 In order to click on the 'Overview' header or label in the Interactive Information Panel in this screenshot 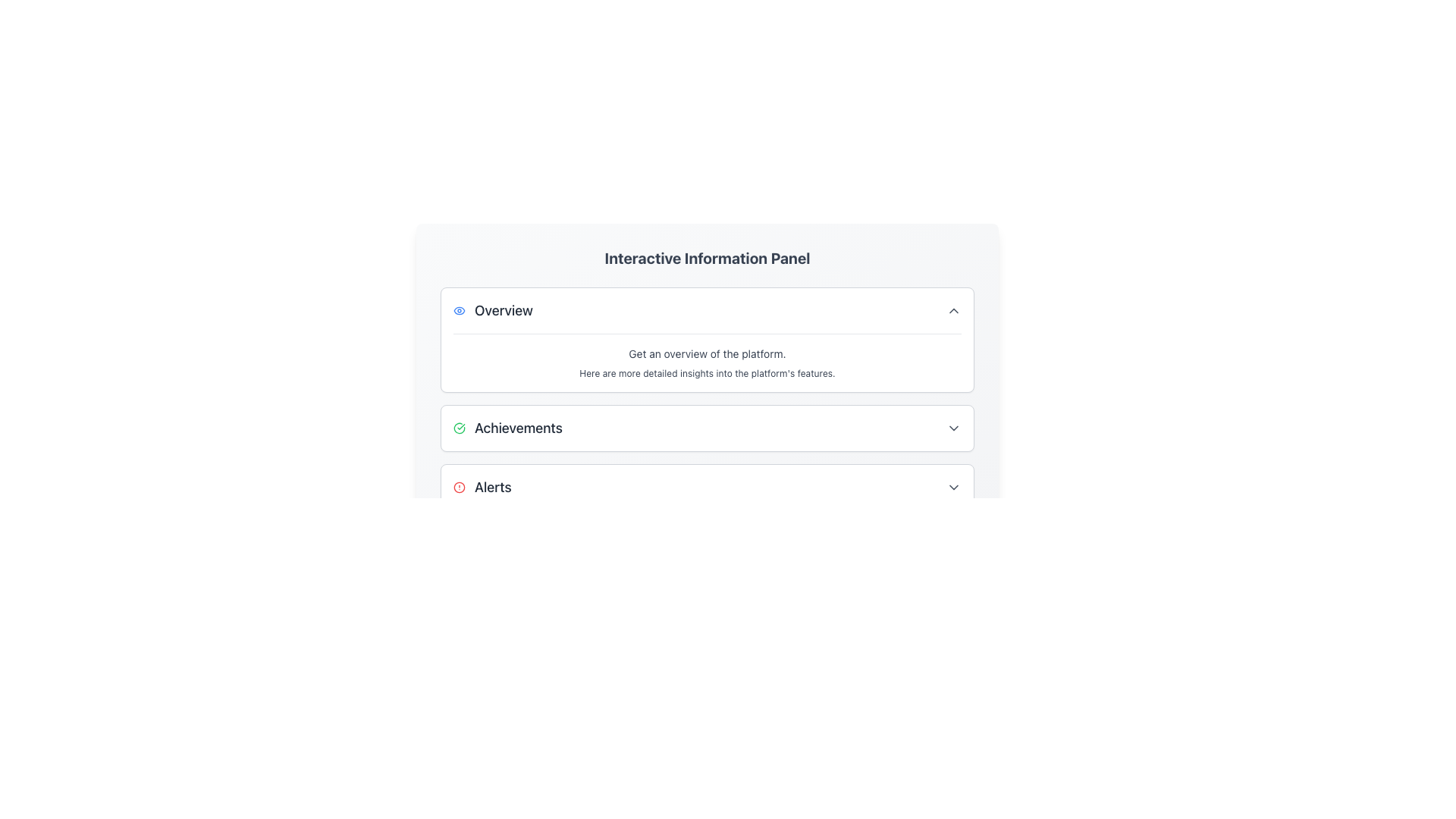, I will do `click(493, 309)`.